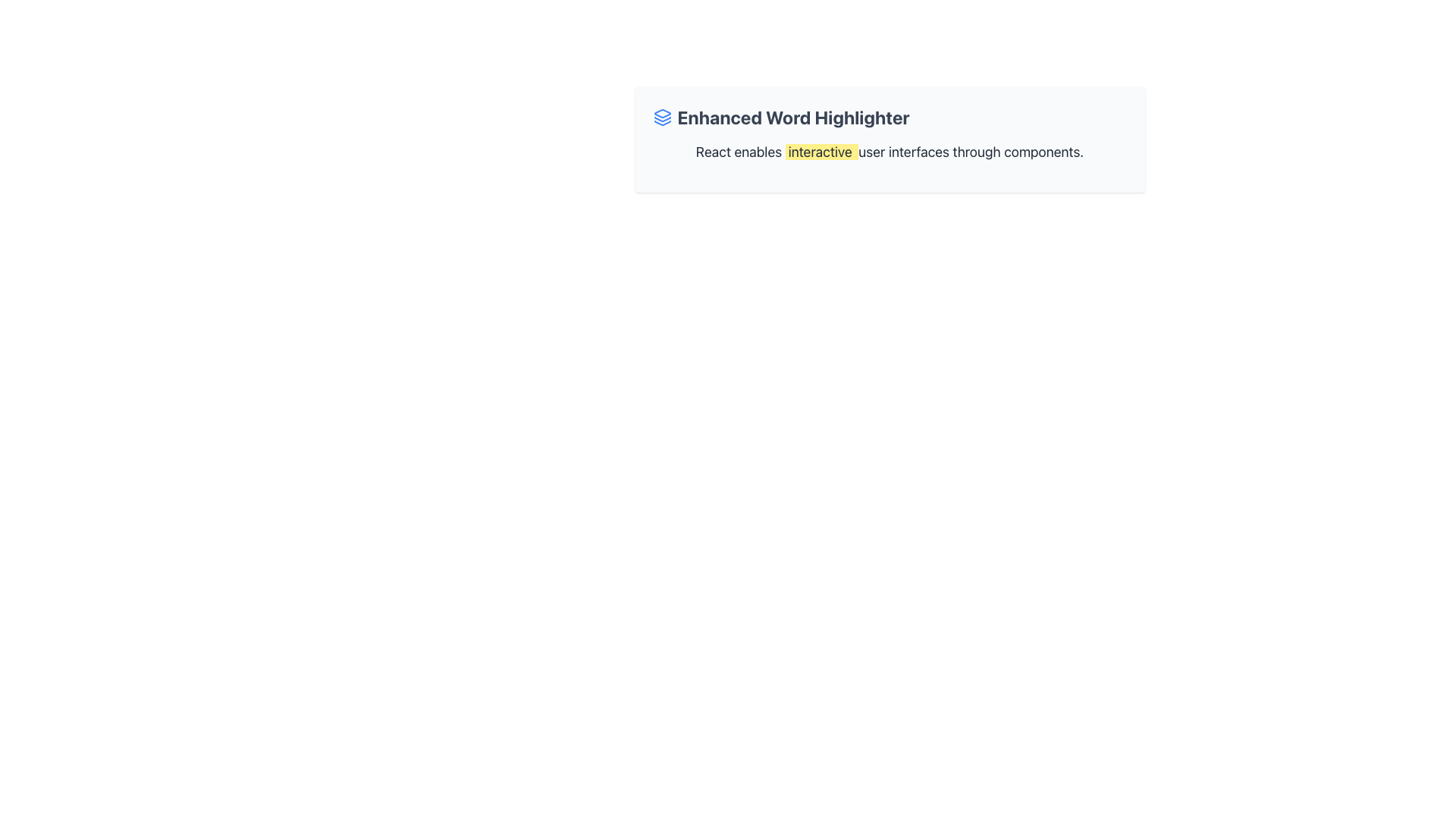 This screenshot has width=1456, height=819. What do you see at coordinates (662, 116) in the screenshot?
I see `the blue stack of layers icon located on the left side of the 'Enhanced Word Highlighter' header text` at bounding box center [662, 116].